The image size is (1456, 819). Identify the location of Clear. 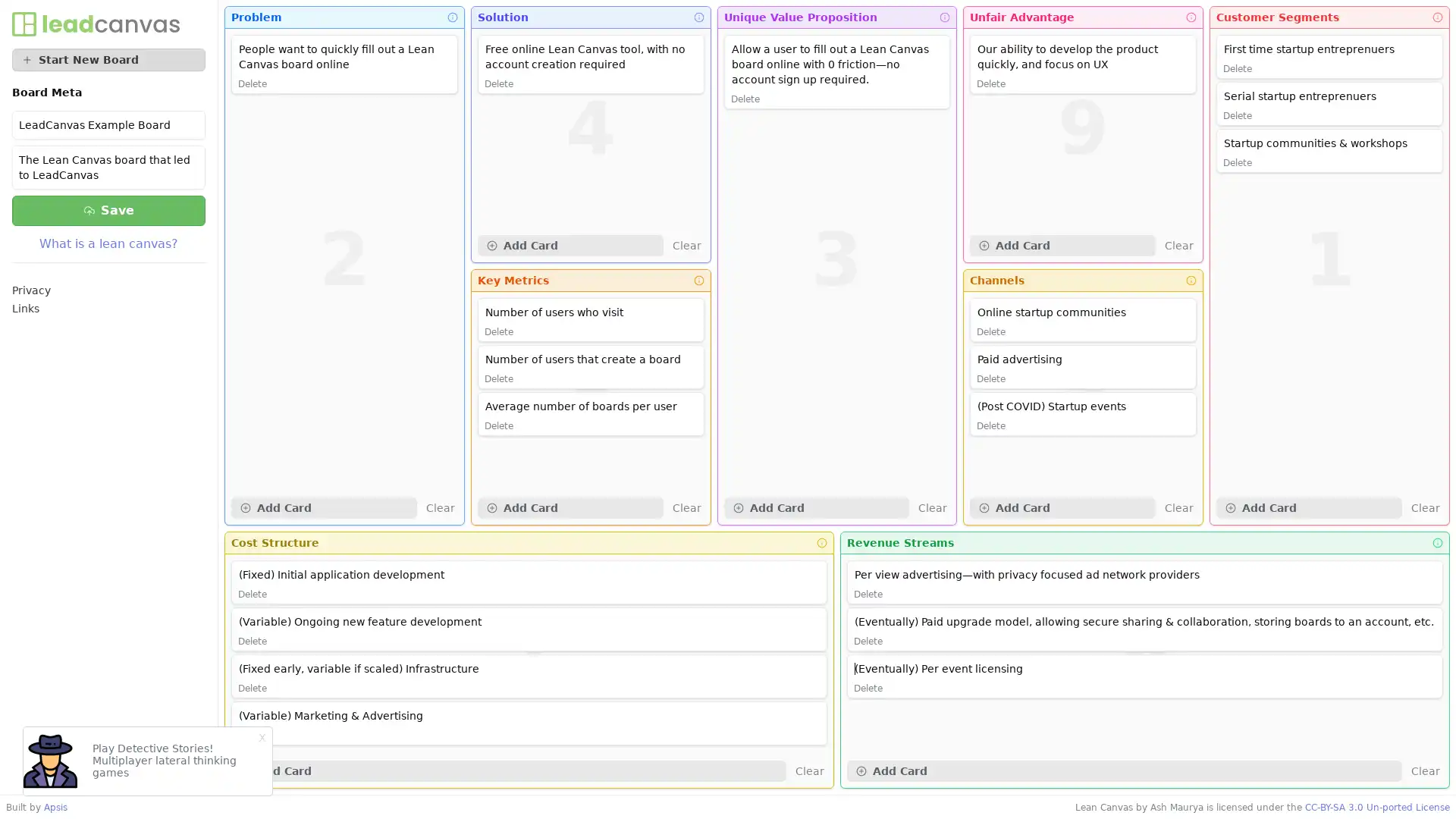
(1425, 771).